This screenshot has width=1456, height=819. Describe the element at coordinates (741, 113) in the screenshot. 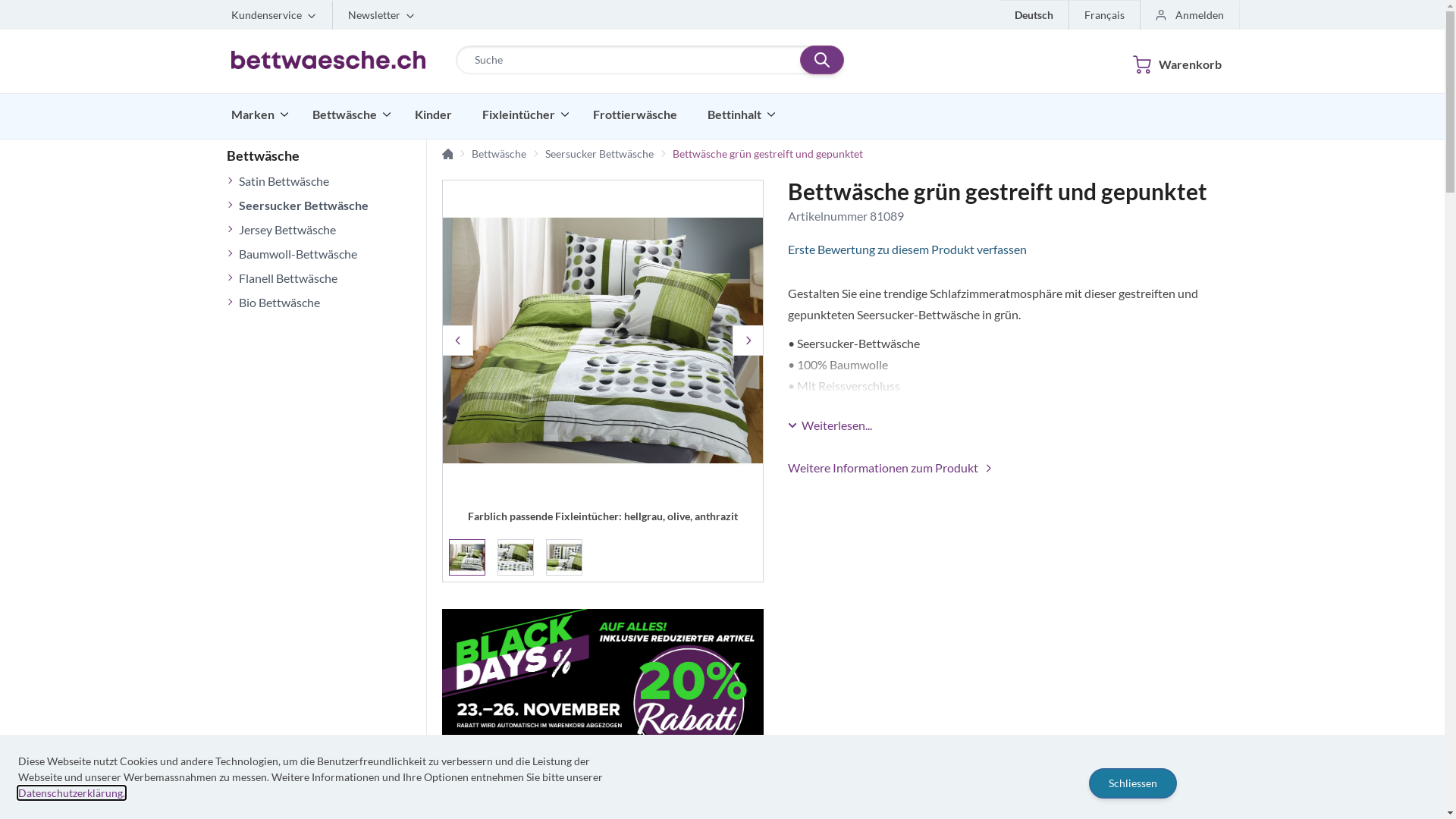

I see `'Bettinhalt'` at that location.